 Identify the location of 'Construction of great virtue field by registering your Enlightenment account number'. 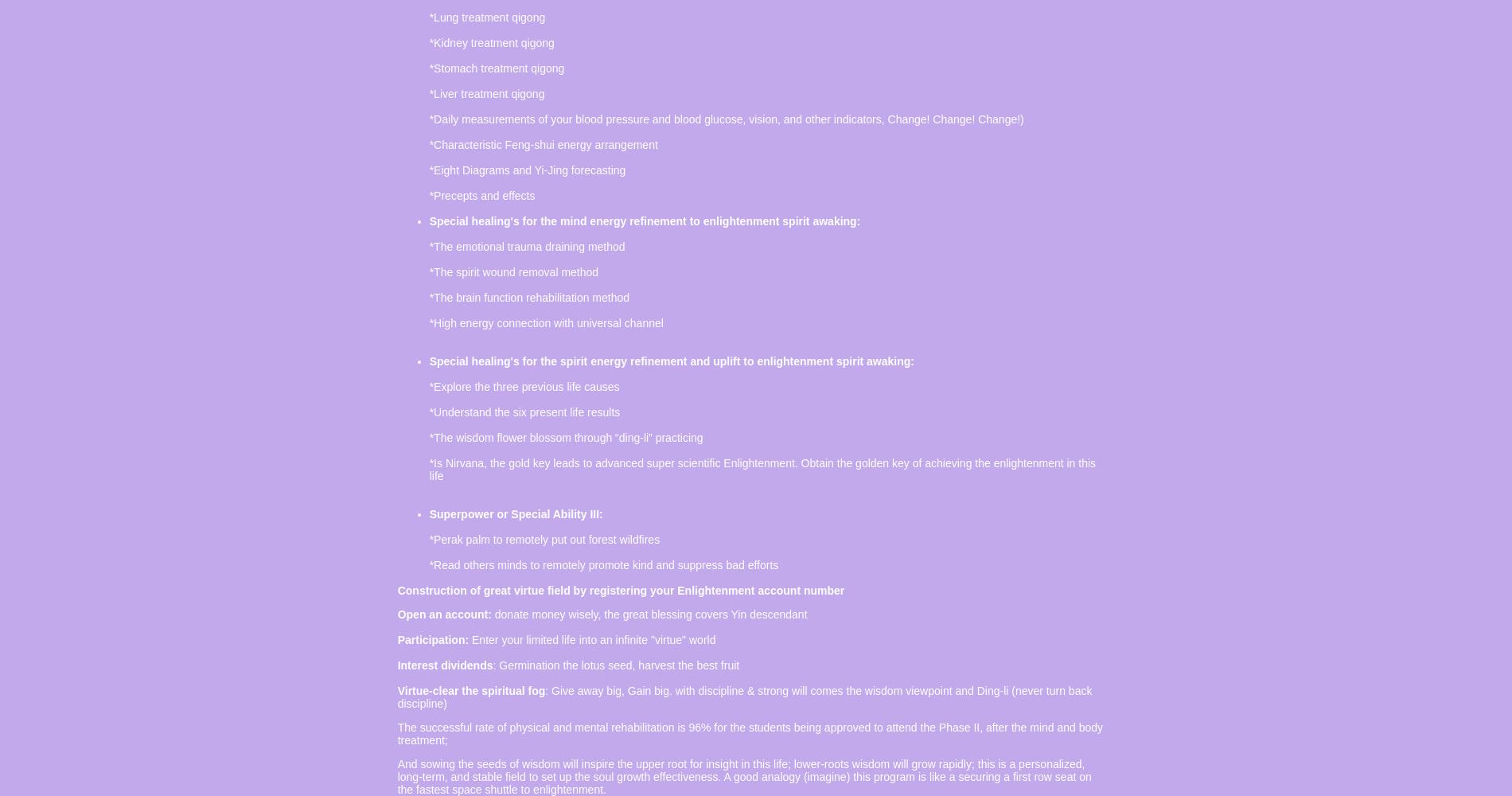
(396, 590).